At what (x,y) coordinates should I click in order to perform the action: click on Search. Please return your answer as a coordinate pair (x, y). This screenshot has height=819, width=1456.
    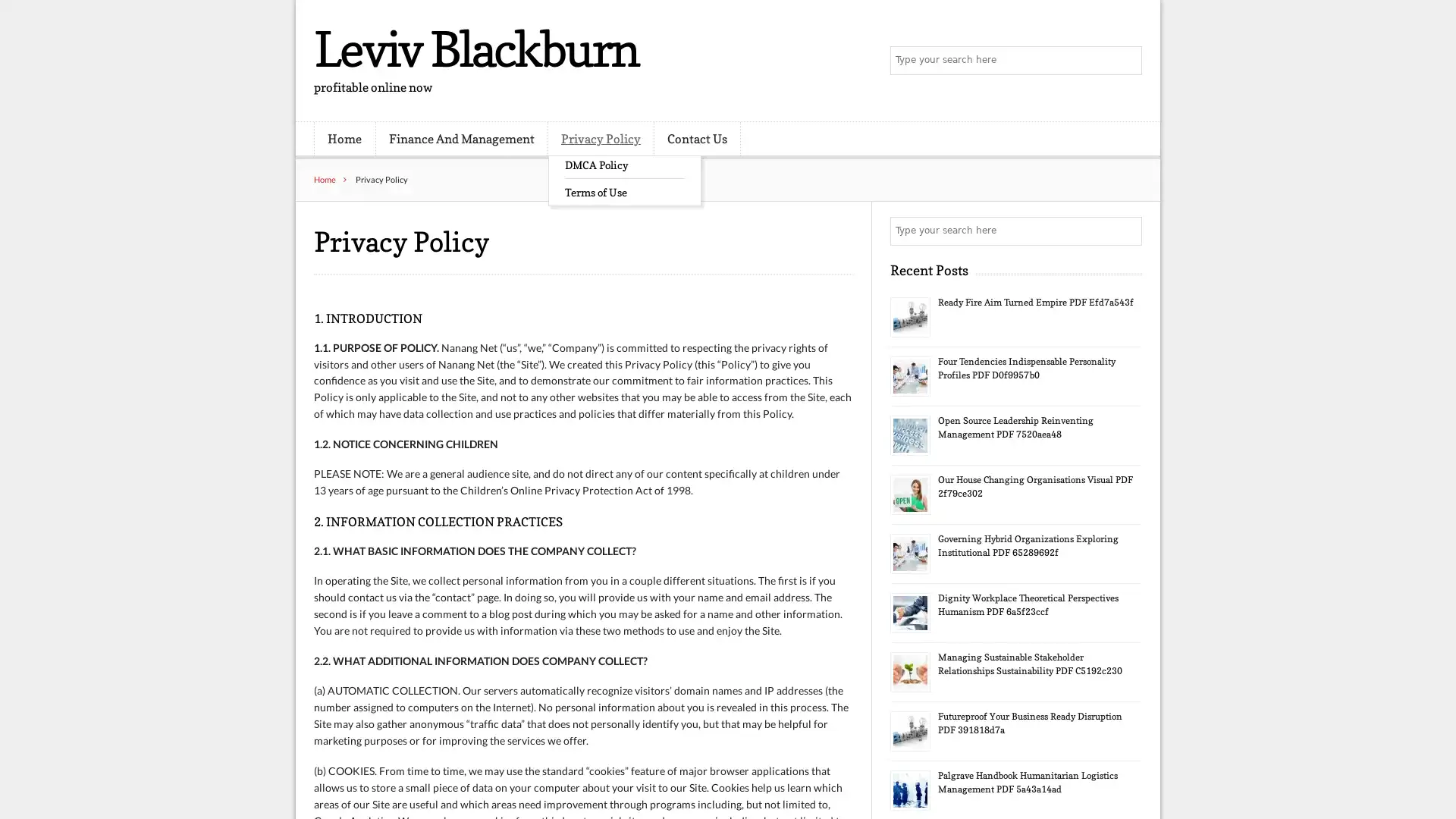
    Looking at the image, I should click on (1126, 61).